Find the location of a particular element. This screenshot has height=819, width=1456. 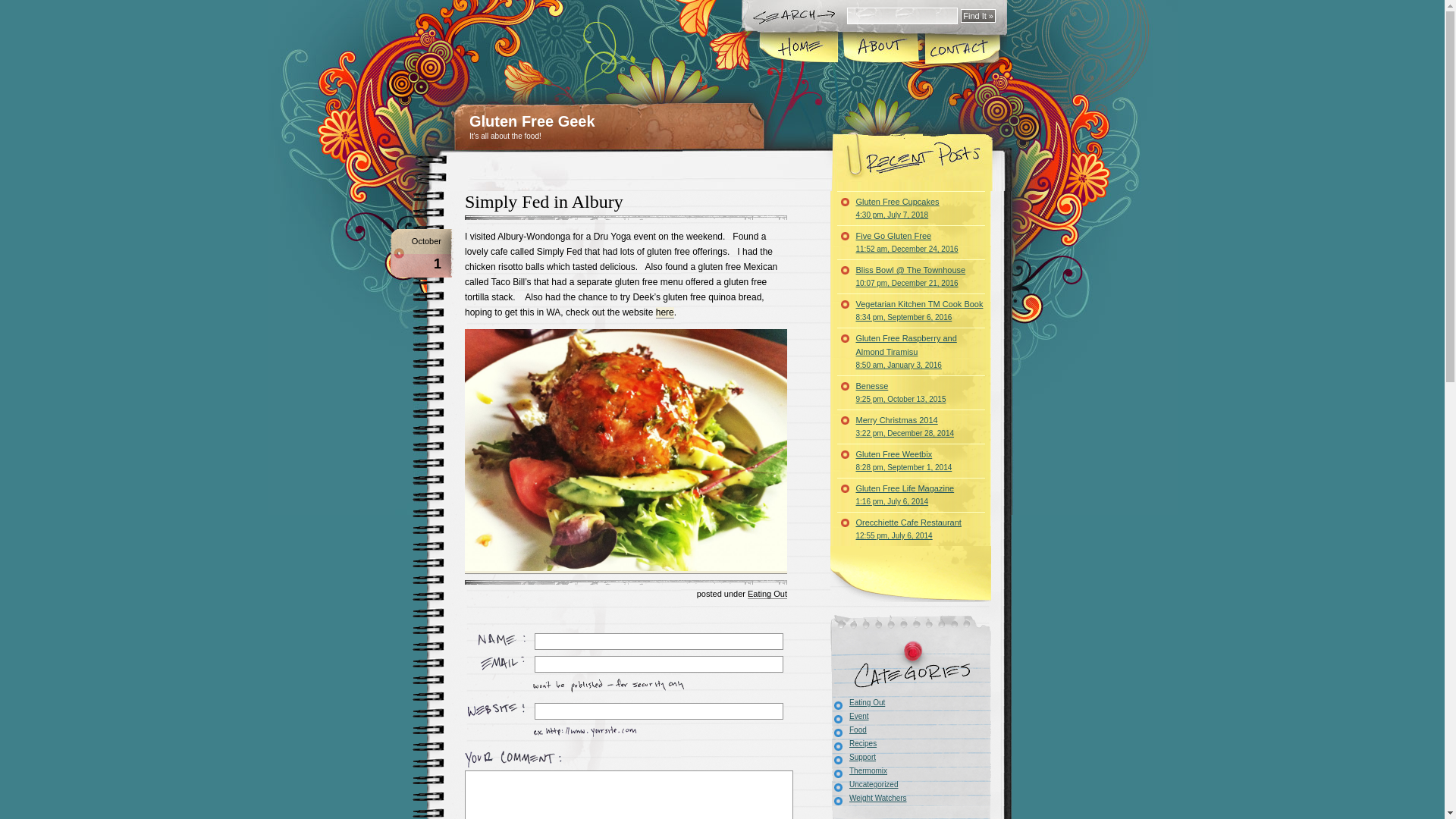

'Eating Out' is located at coordinates (767, 593).